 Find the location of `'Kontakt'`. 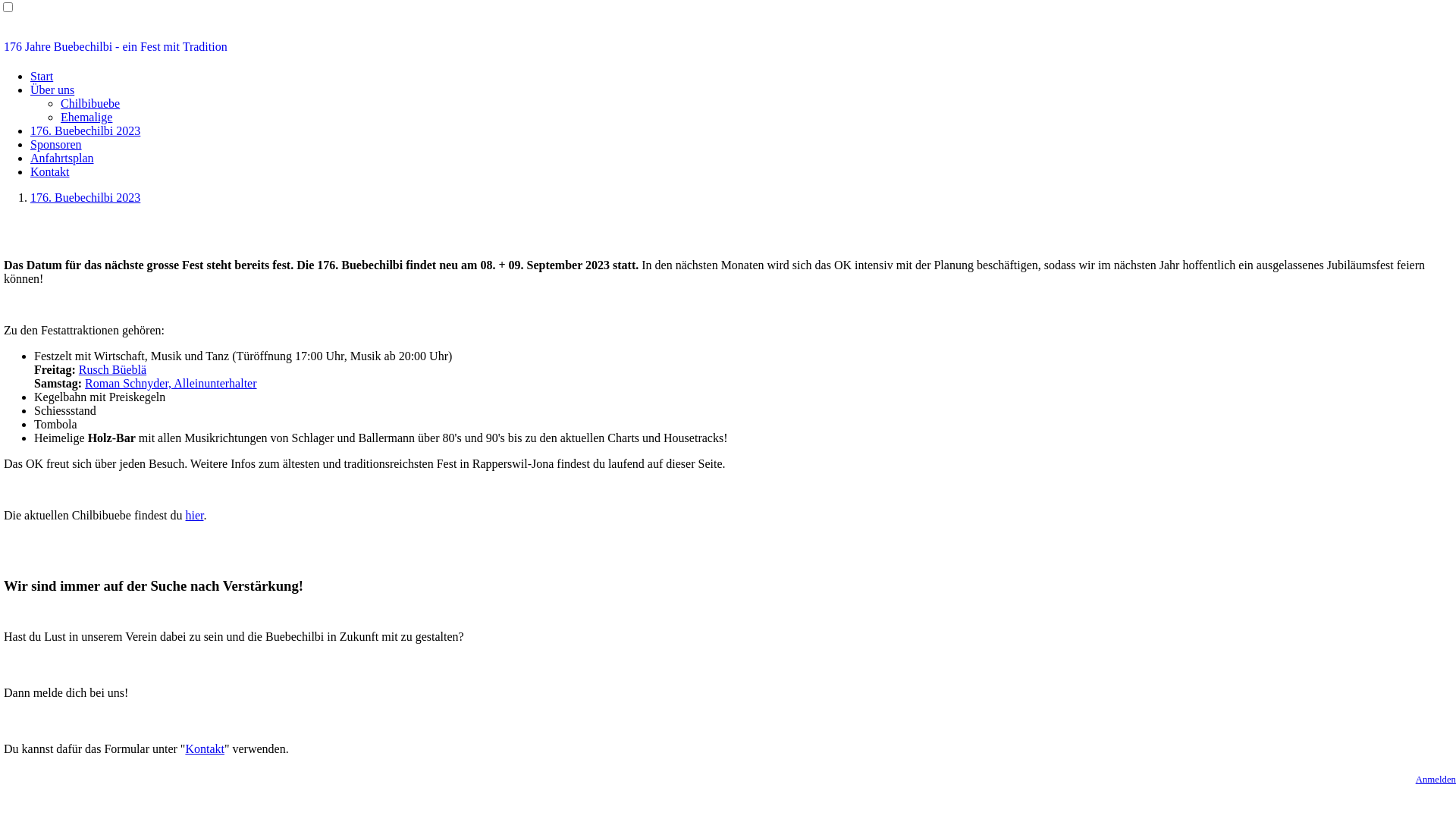

'Kontakt' is located at coordinates (50, 171).